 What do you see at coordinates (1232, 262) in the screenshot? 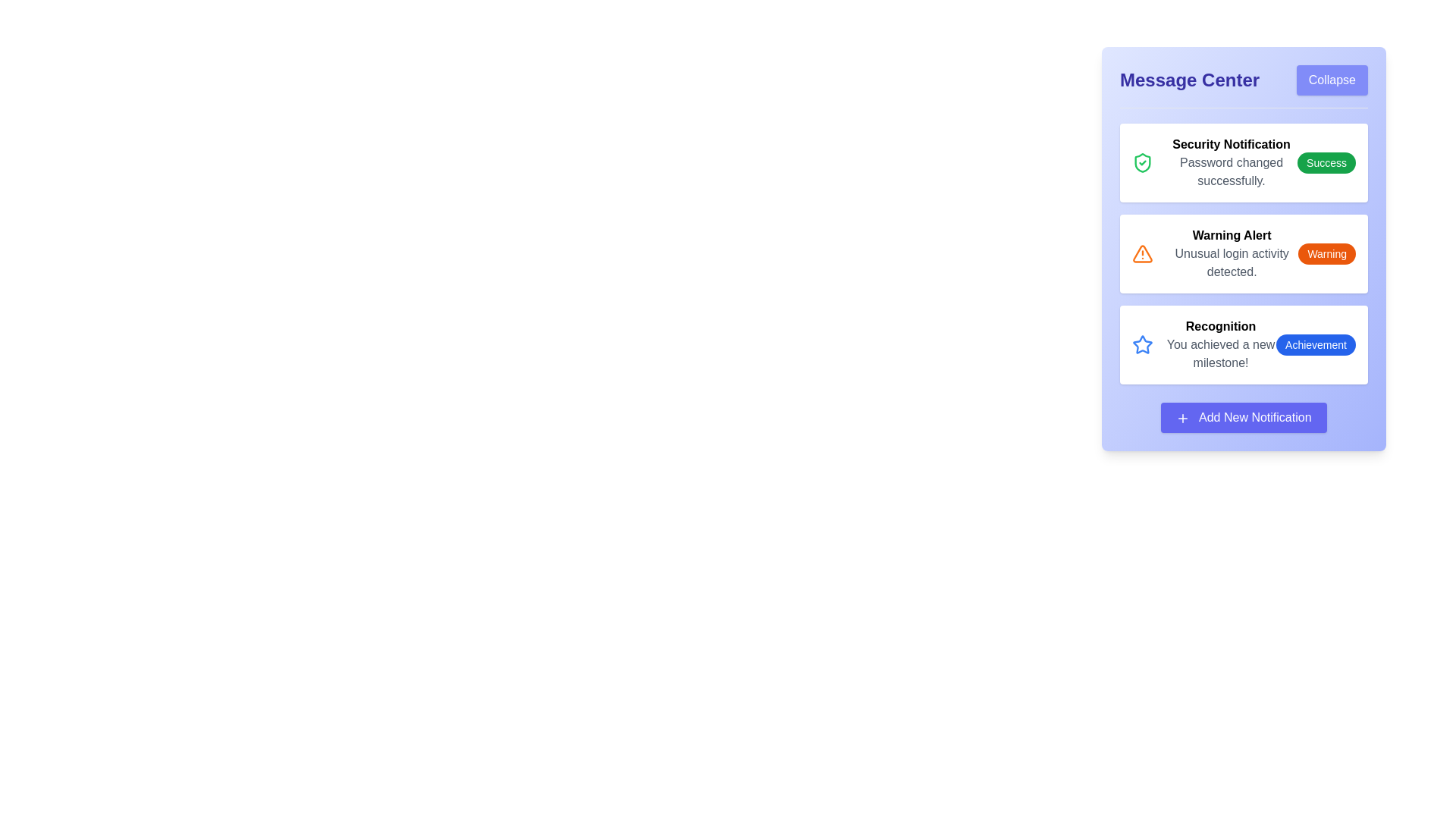
I see `warning message in the 'Message Center' section, specifically from the second notification titled 'Warning Alert'` at bounding box center [1232, 262].